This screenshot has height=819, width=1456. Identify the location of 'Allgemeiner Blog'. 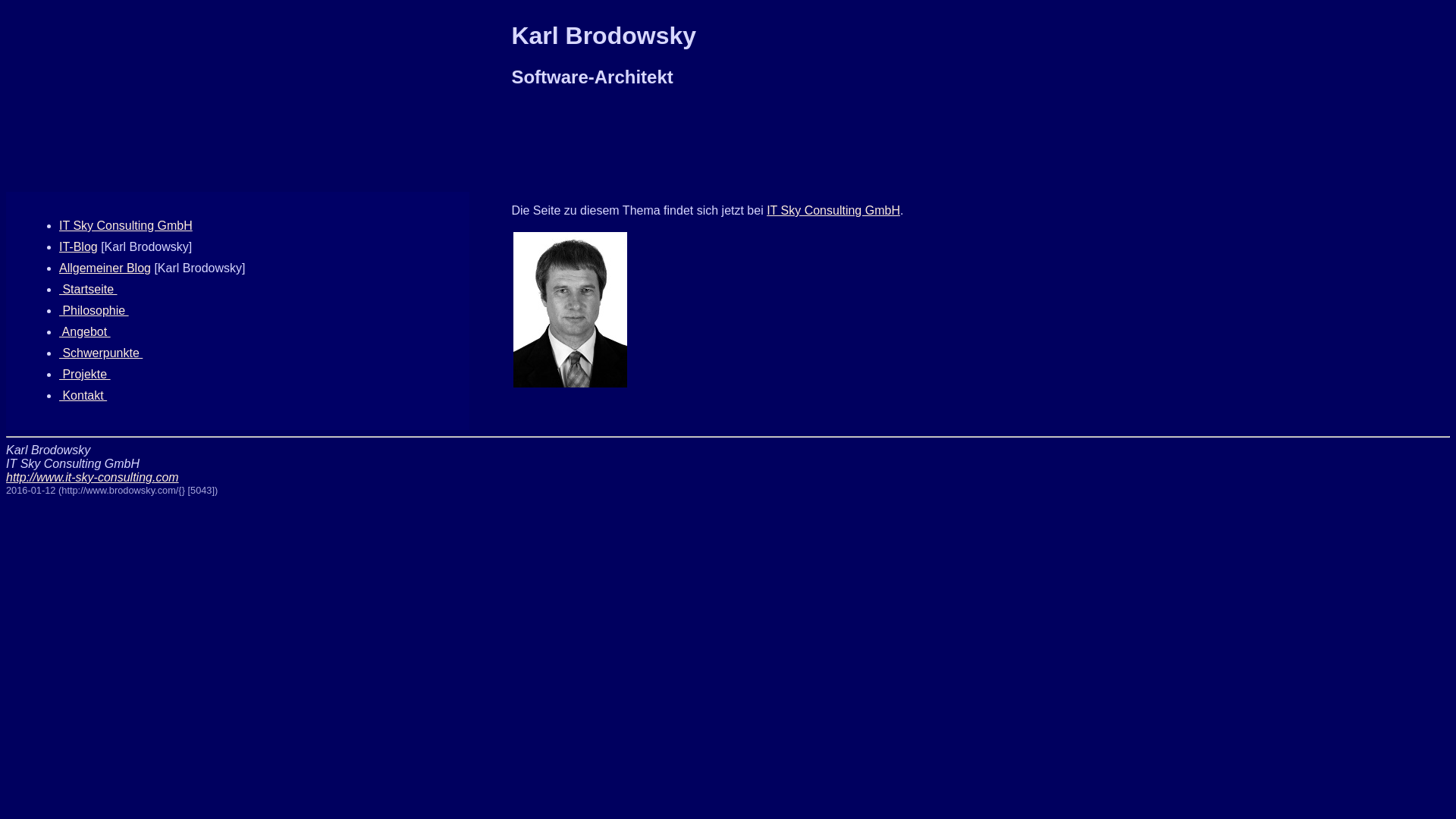
(104, 267).